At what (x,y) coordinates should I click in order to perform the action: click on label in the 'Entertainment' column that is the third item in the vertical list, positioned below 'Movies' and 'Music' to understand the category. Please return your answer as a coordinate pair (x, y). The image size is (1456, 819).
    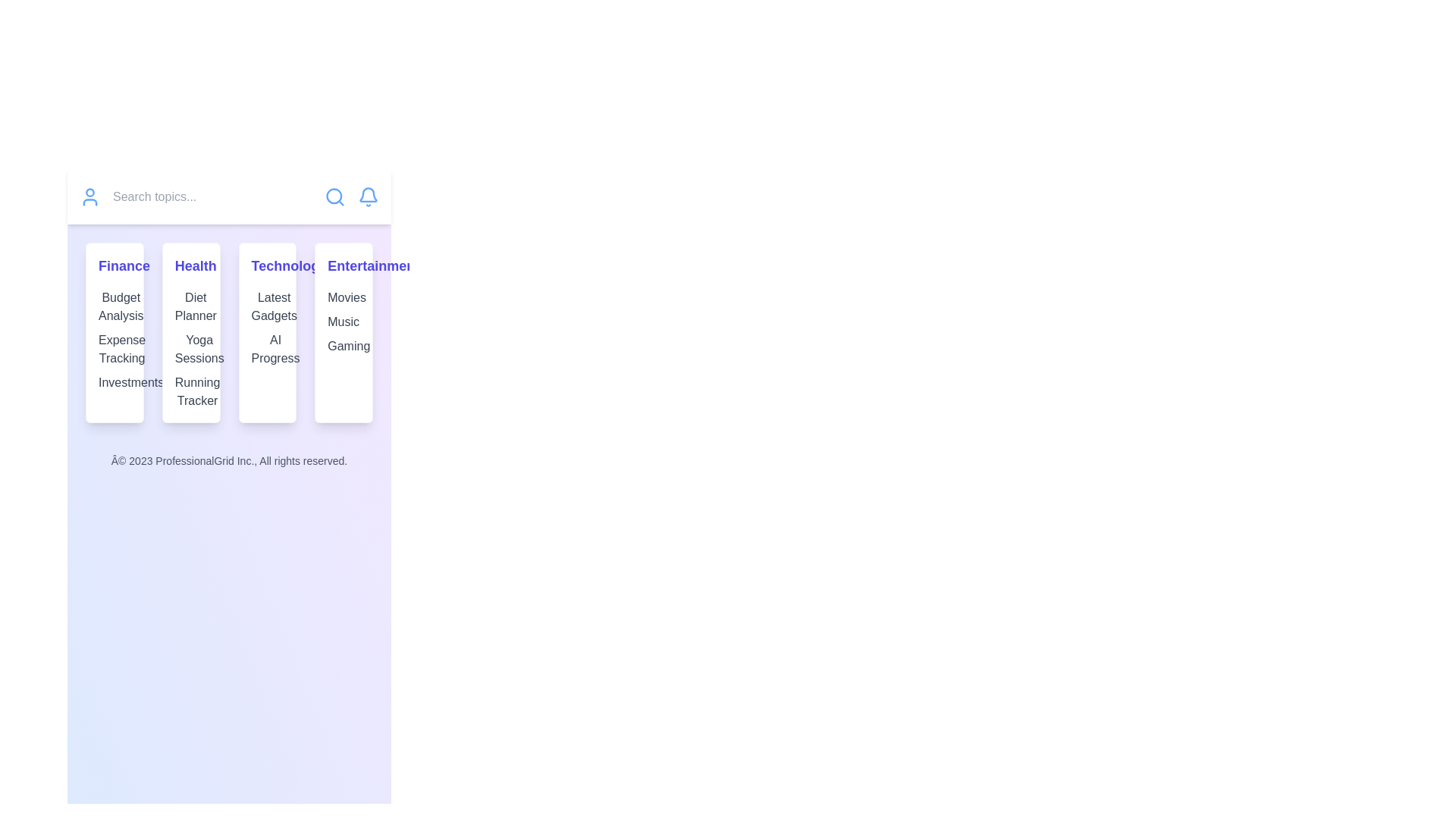
    Looking at the image, I should click on (343, 346).